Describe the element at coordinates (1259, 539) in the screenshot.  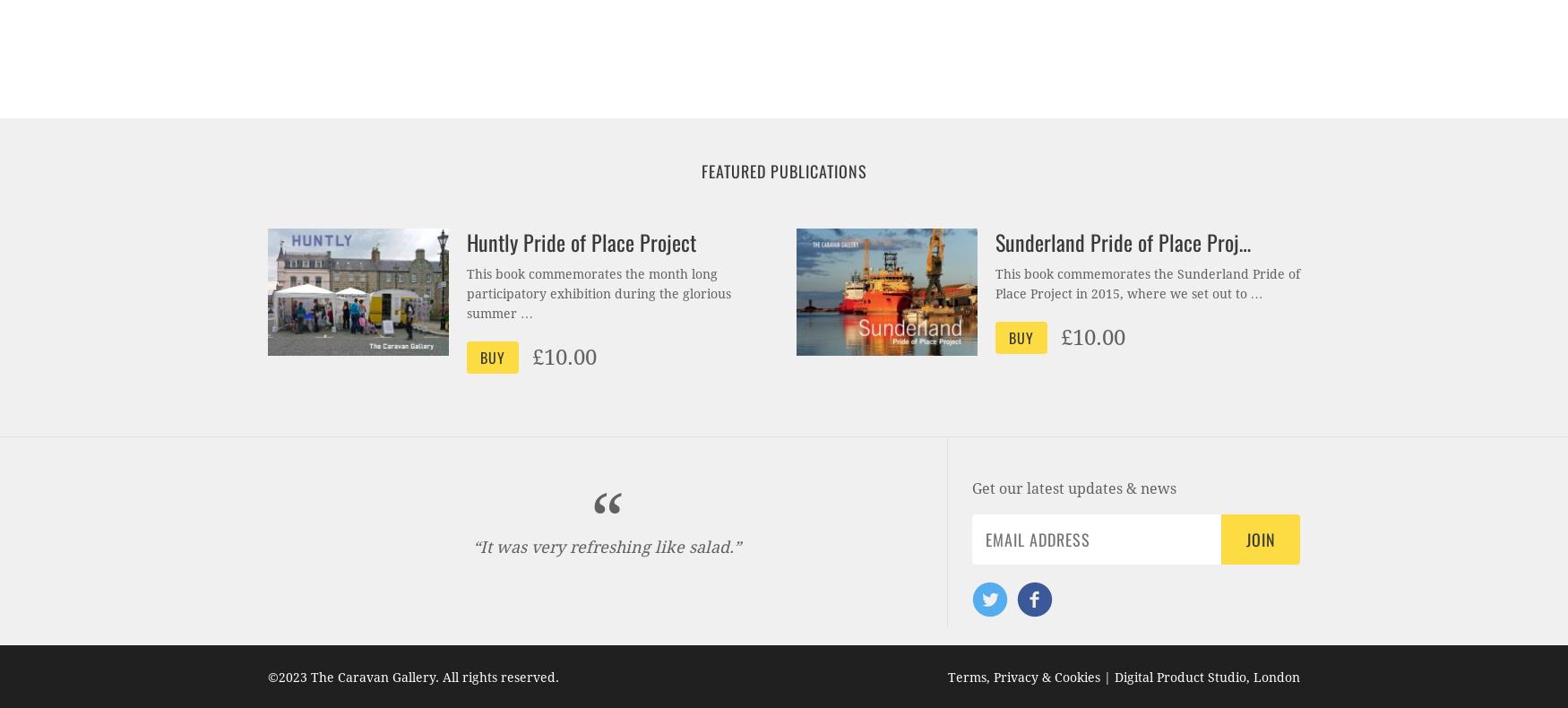
I see `'Join'` at that location.